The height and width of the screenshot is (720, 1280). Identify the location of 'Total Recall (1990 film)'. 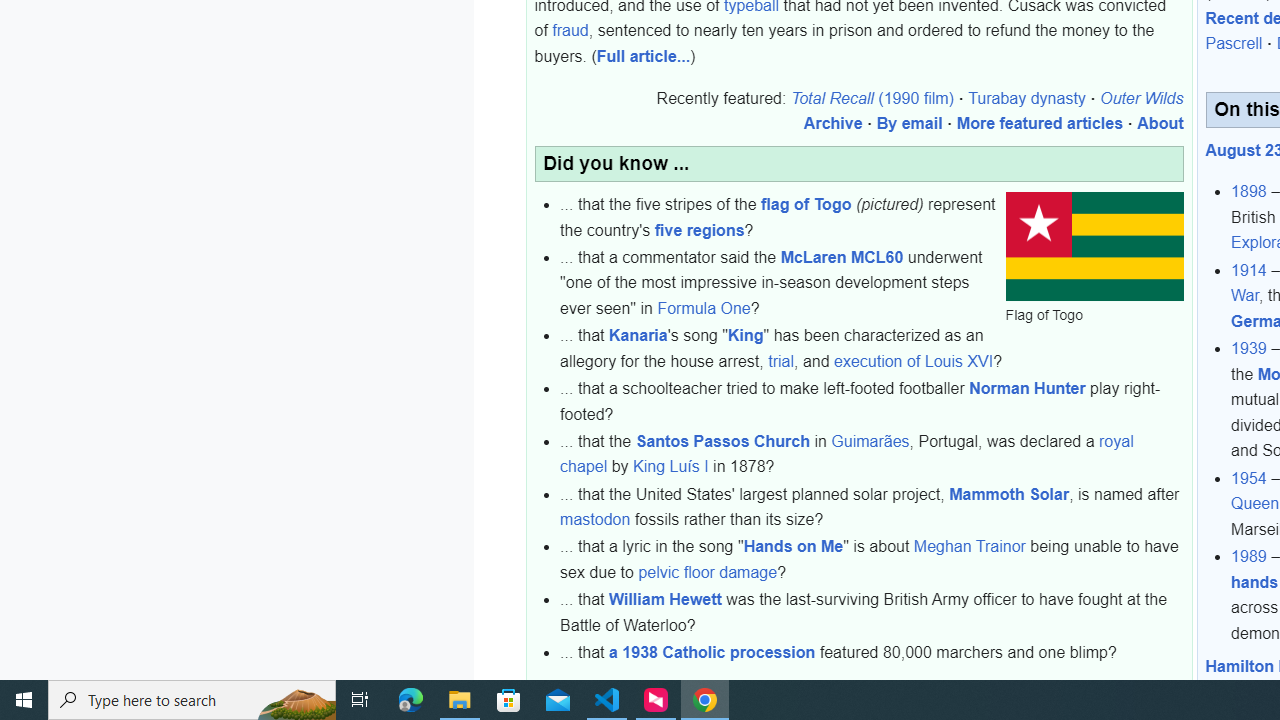
(871, 98).